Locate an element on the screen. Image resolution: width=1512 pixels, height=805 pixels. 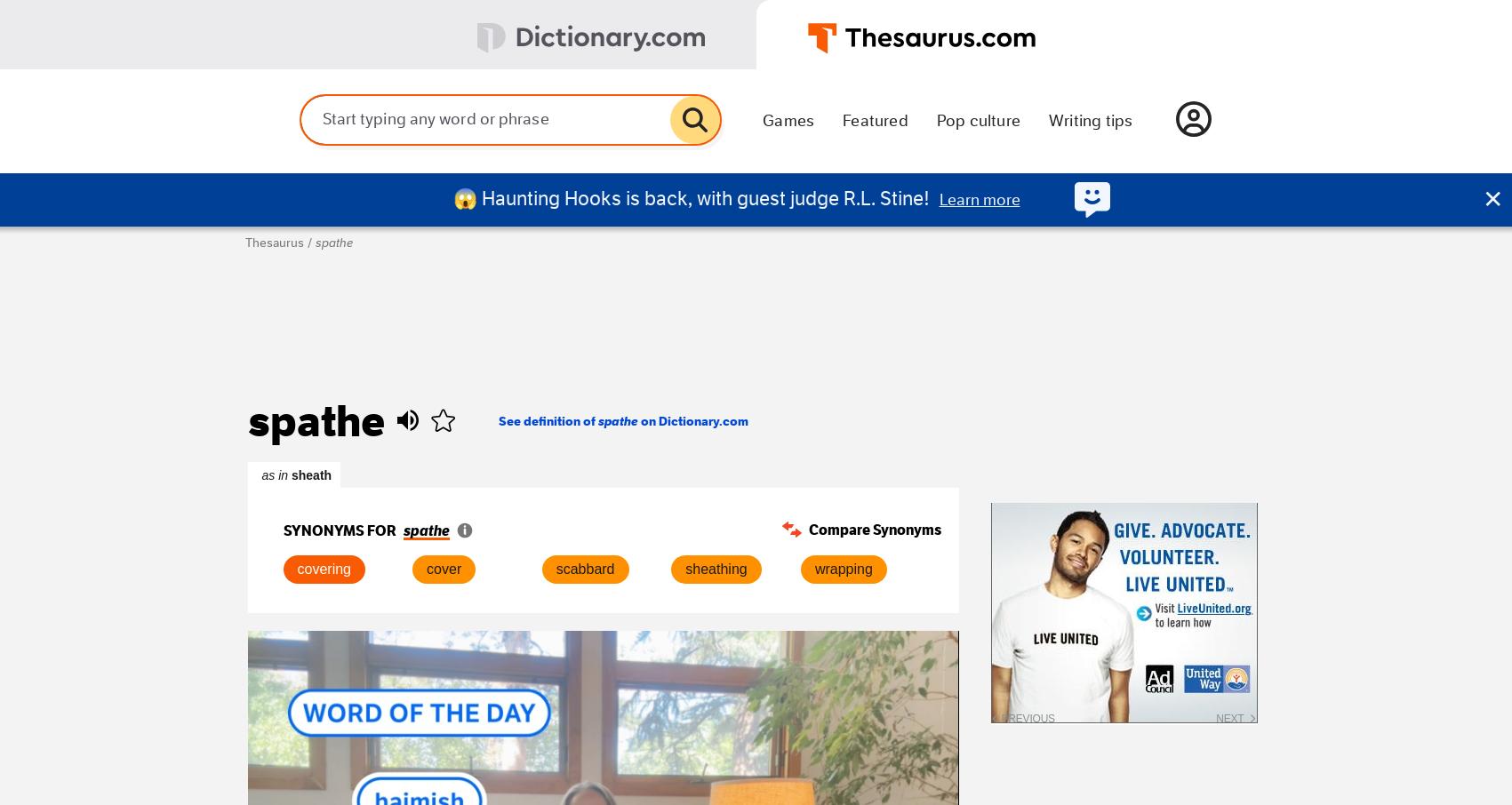
'Some people say that Shakespeare coined over 1600 words, but most of them likely existed in spoken form before Shakespeare popularized them in his writing.' is located at coordinates (724, 669).